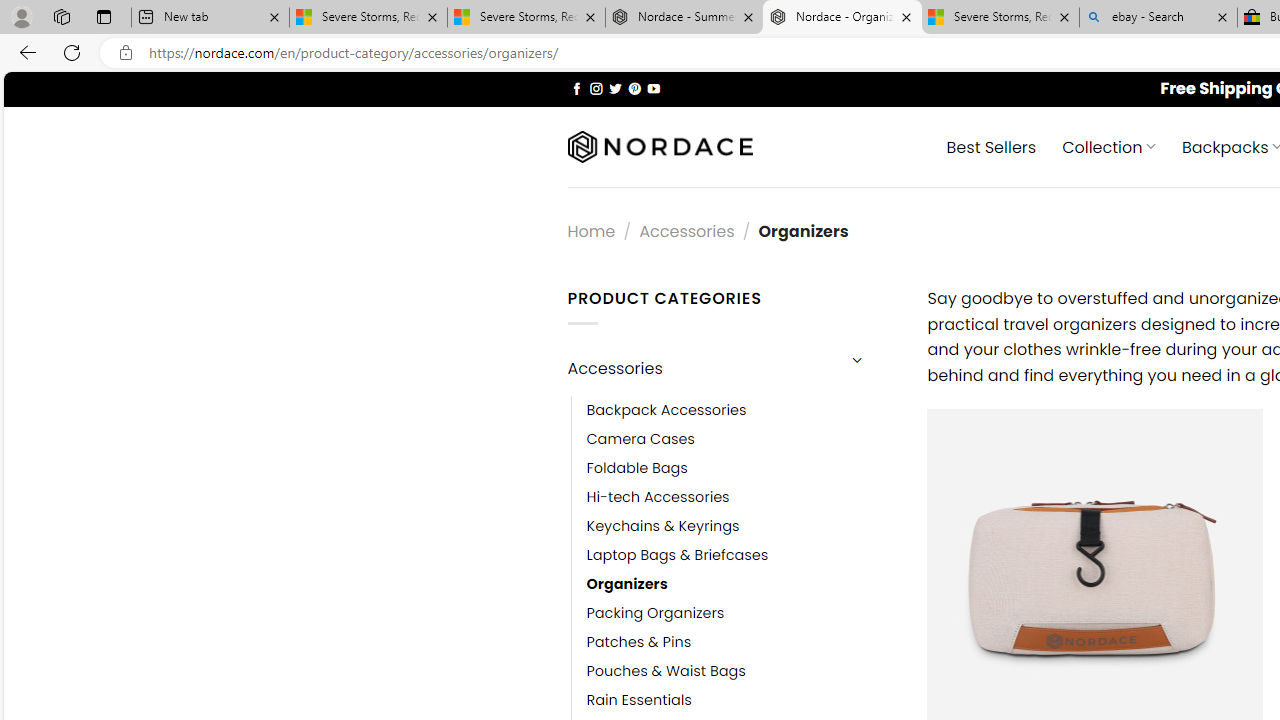 This screenshot has height=720, width=1280. I want to click on 'ebay - Search', so click(1158, 17).